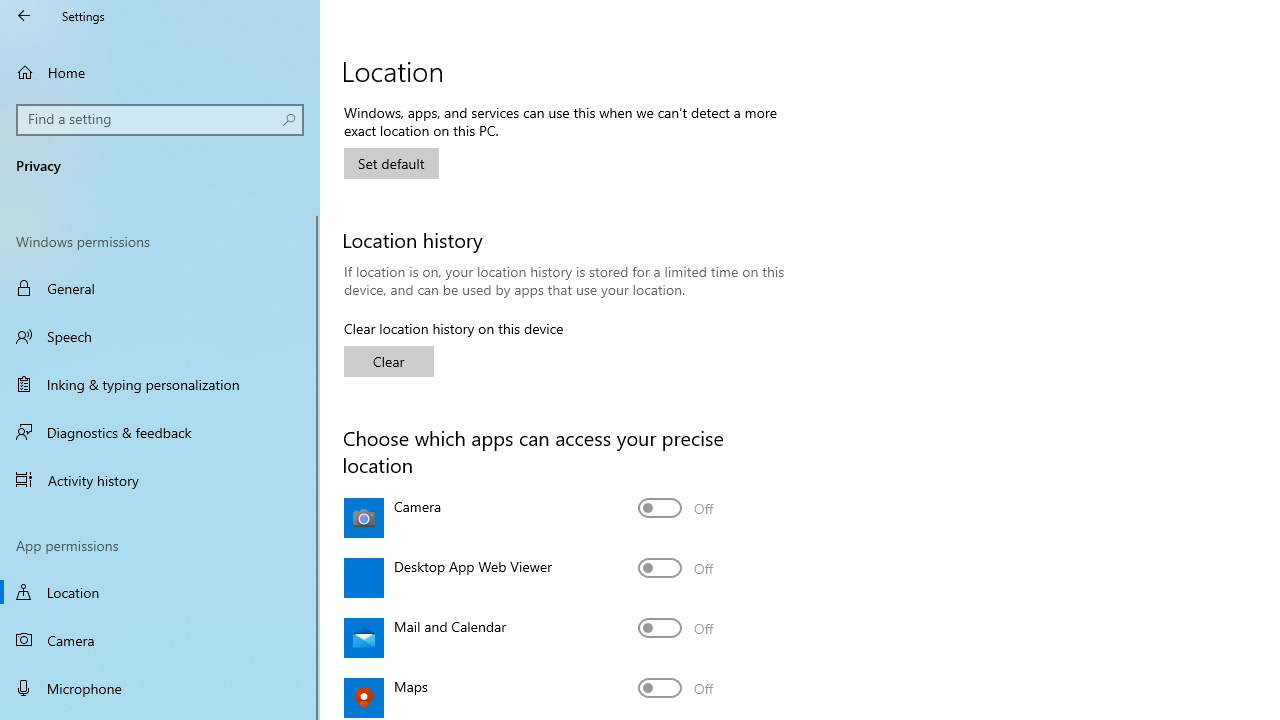  I want to click on 'Home', so click(160, 71).